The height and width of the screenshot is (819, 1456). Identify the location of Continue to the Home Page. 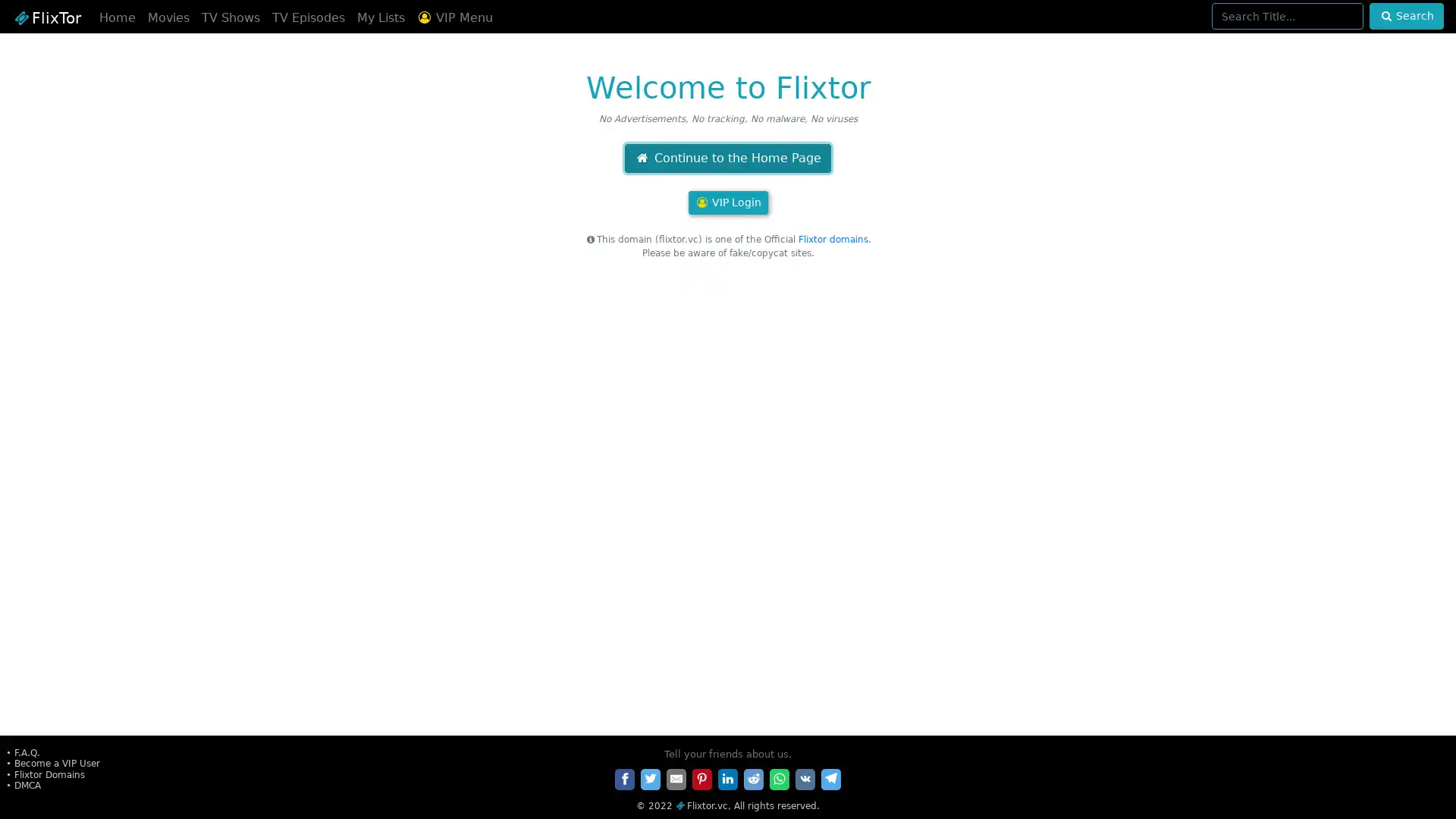
(726, 158).